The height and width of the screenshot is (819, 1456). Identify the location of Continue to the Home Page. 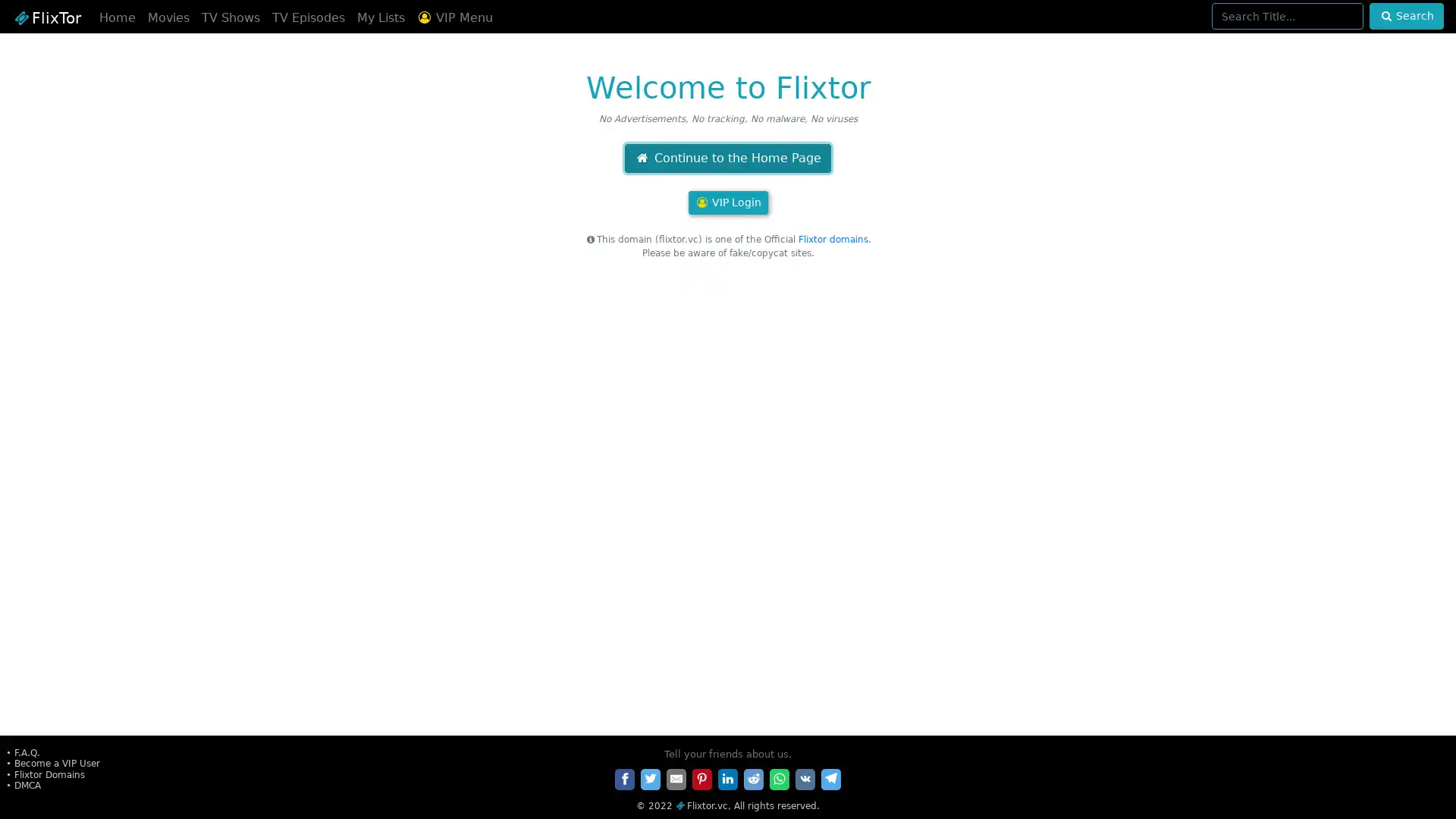
(726, 158).